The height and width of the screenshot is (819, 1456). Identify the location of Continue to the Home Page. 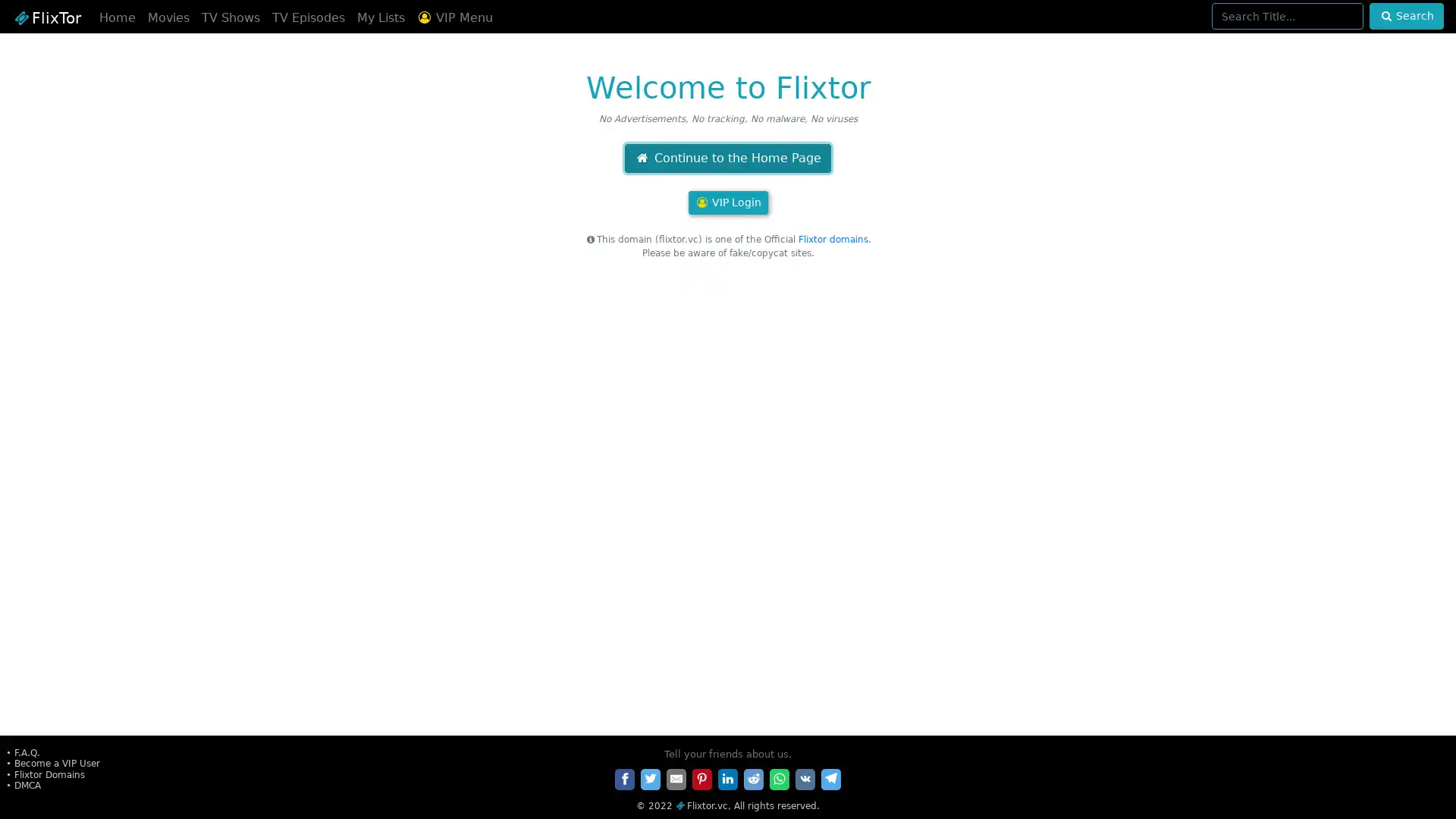
(726, 158).